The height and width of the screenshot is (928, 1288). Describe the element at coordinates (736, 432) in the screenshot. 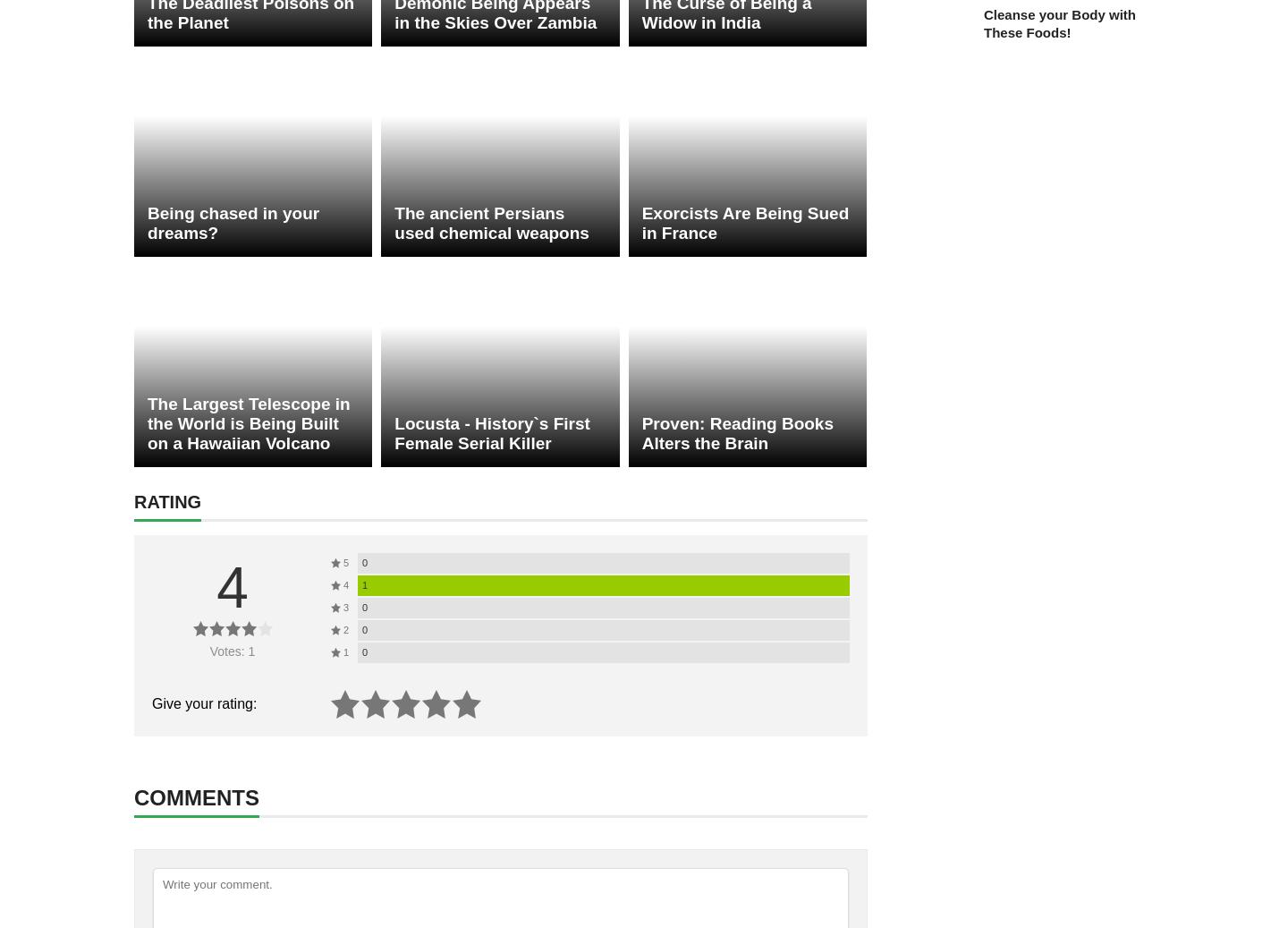

I see `'Proven: Reading Books Alters the Brain'` at that location.